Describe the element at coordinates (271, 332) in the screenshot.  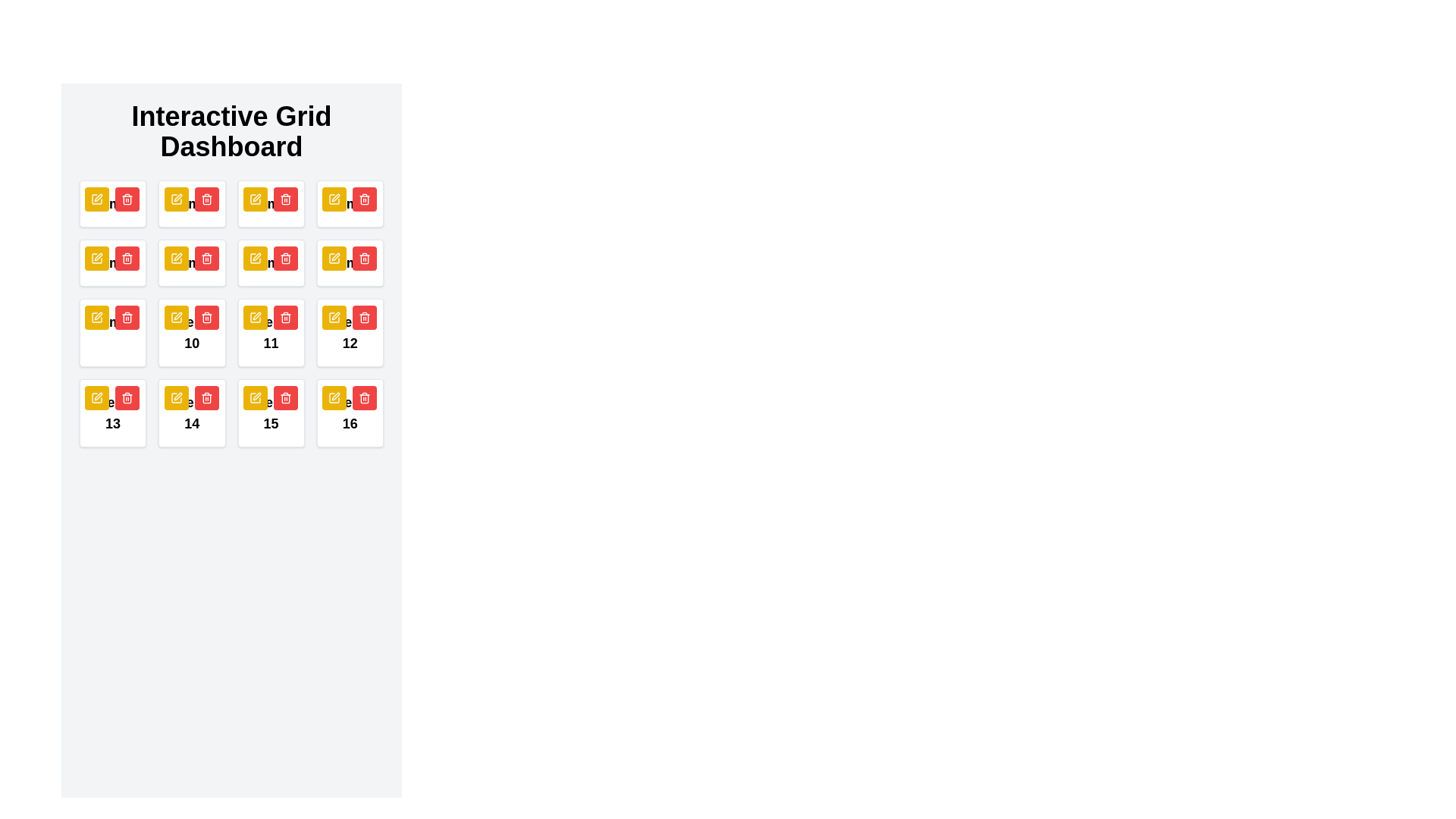
I see `the text label identifying Item 11, which is located in the third row and third column of the grid layout` at that location.